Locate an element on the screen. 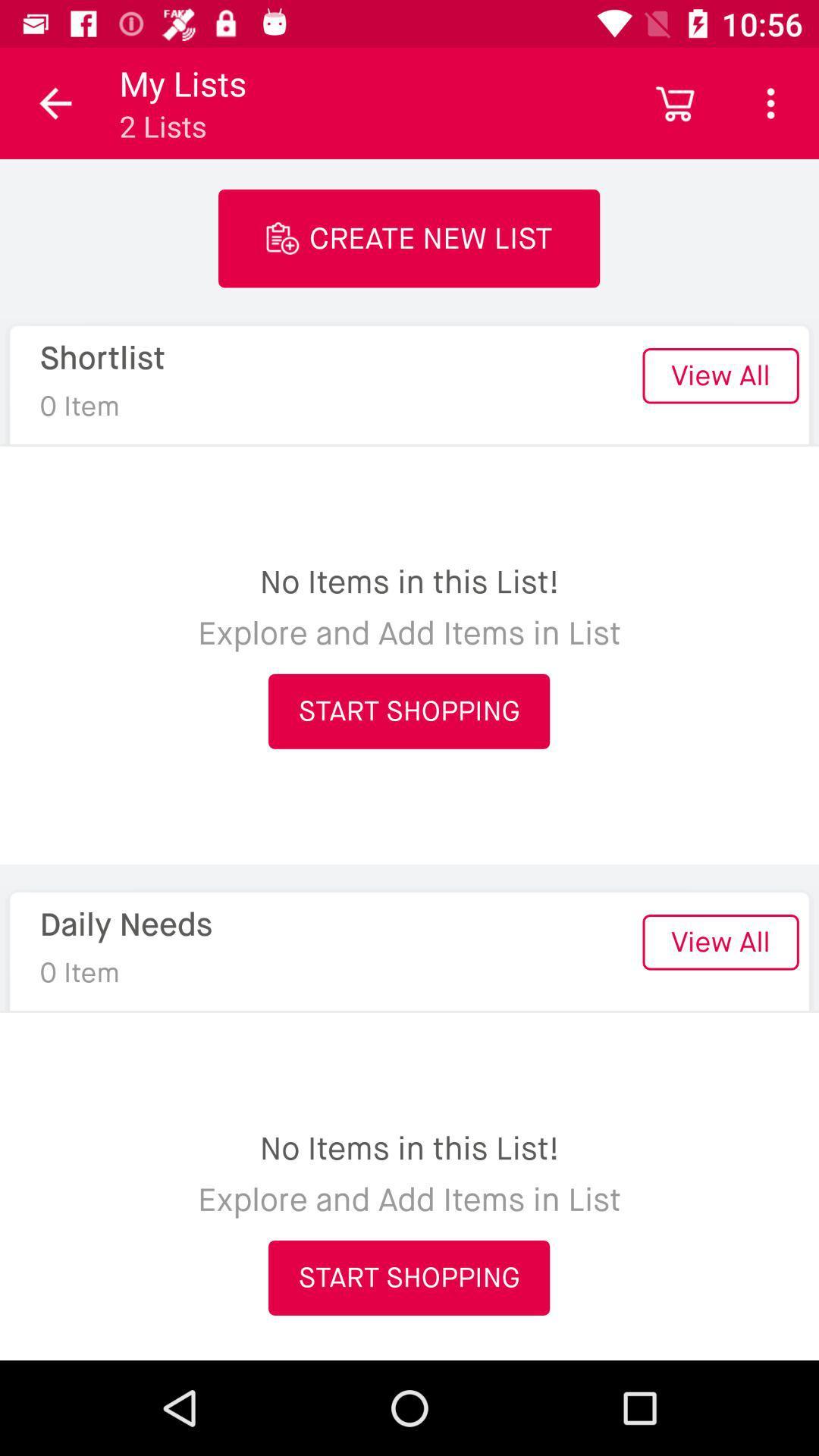 The image size is (819, 1456). icon above the view all item is located at coordinates (675, 102).